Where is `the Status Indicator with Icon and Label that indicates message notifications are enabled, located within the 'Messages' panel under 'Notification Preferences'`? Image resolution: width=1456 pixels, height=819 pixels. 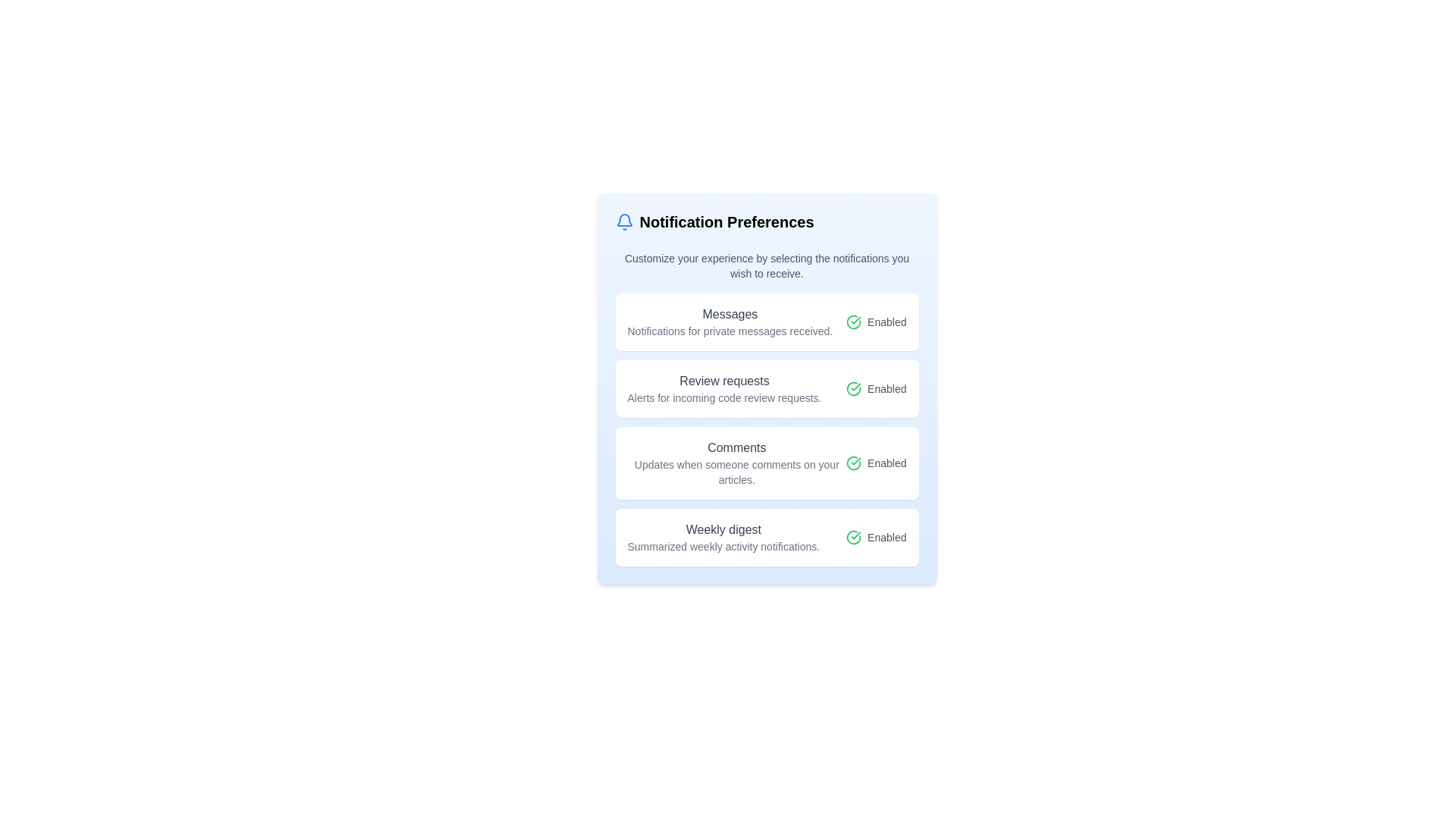
the Status Indicator with Icon and Label that indicates message notifications are enabled, located within the 'Messages' panel under 'Notification Preferences' is located at coordinates (876, 321).